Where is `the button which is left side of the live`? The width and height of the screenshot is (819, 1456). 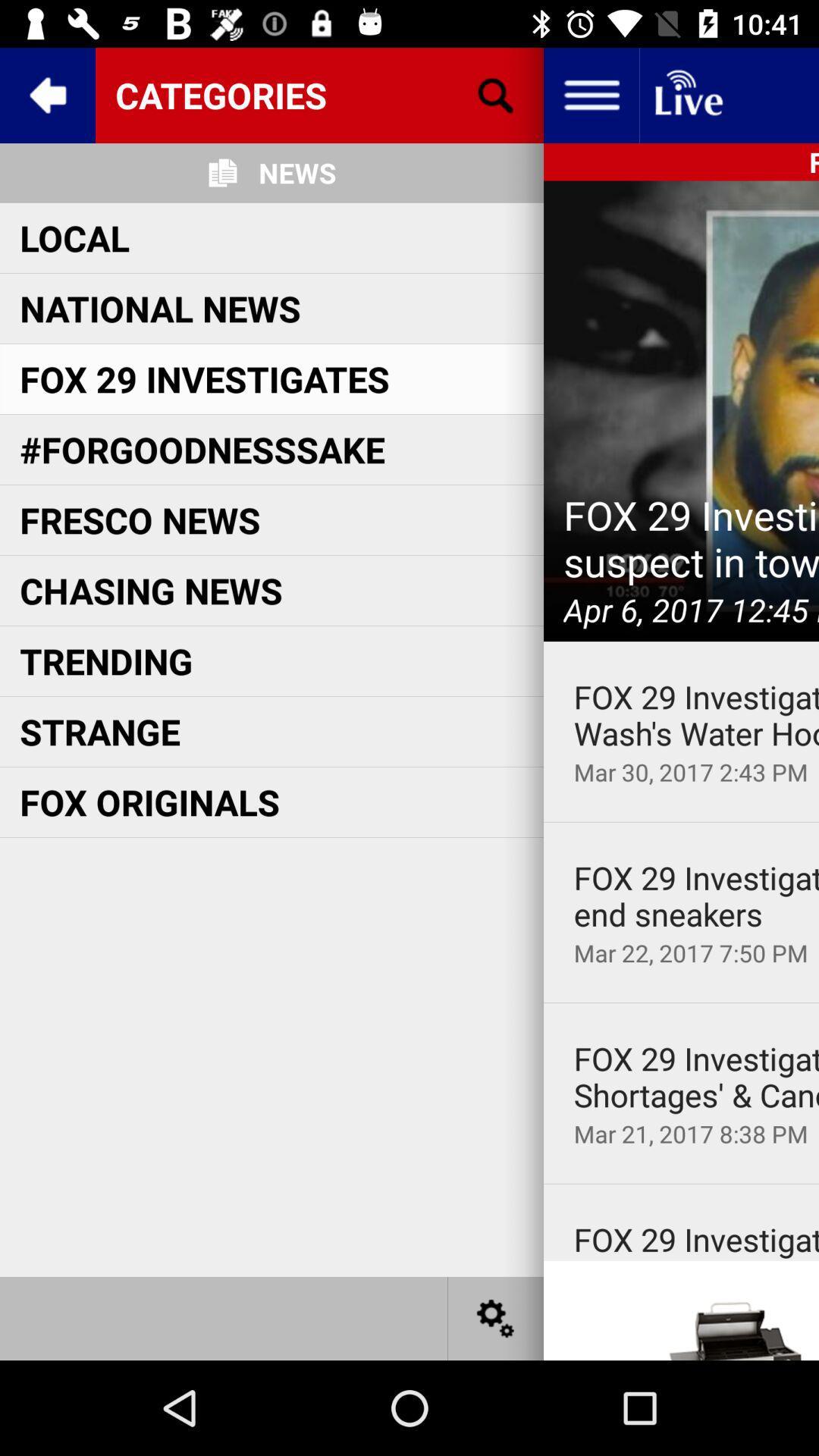 the button which is left side of the live is located at coordinates (590, 94).